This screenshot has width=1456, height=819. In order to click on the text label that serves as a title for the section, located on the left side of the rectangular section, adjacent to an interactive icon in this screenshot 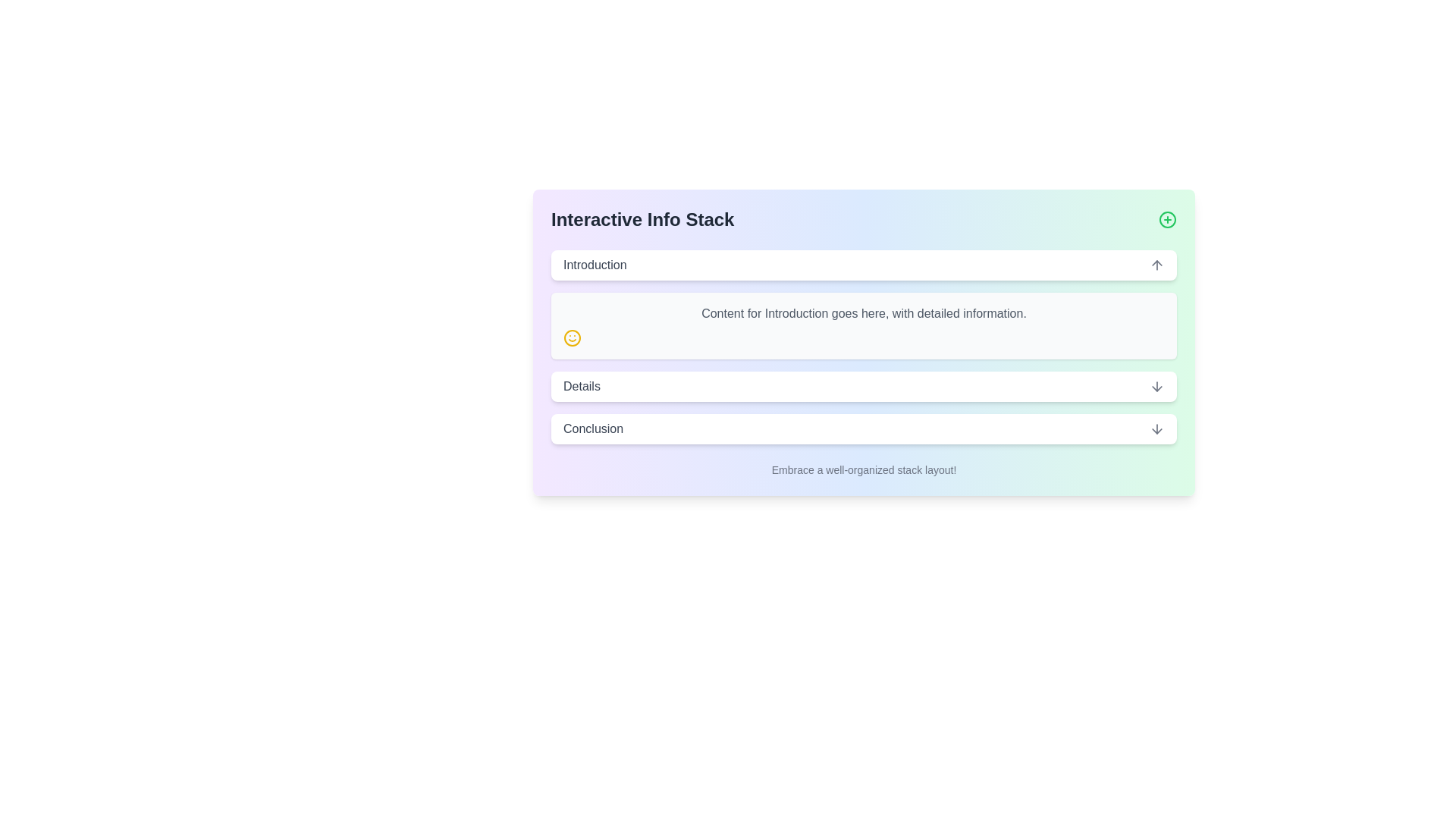, I will do `click(594, 265)`.